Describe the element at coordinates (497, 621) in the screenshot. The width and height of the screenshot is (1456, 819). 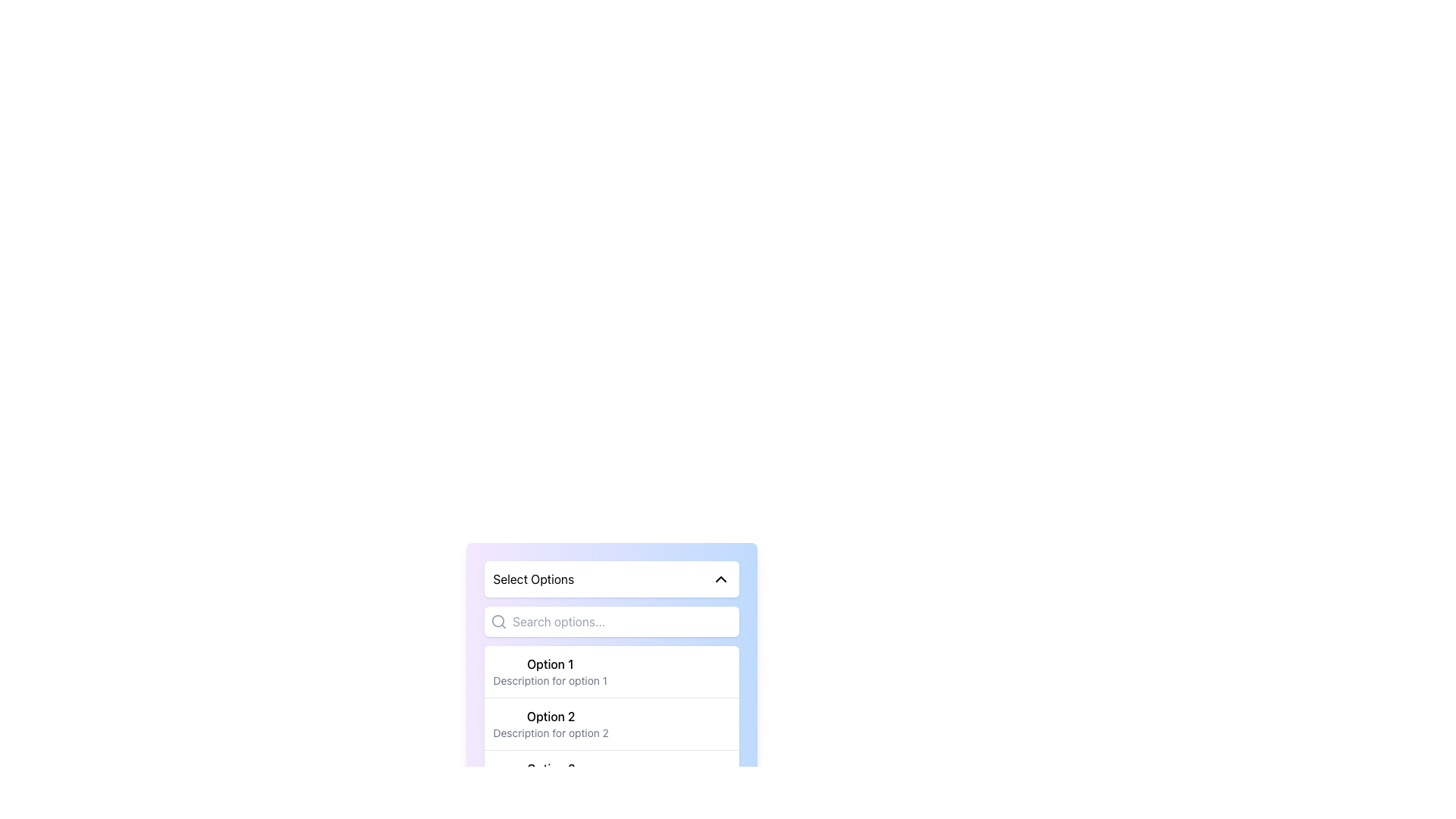
I see `the circular gray-bordered decoration within the magnifying glass icon, which is located to the left of the search input field below the 'Select Options' button` at that location.